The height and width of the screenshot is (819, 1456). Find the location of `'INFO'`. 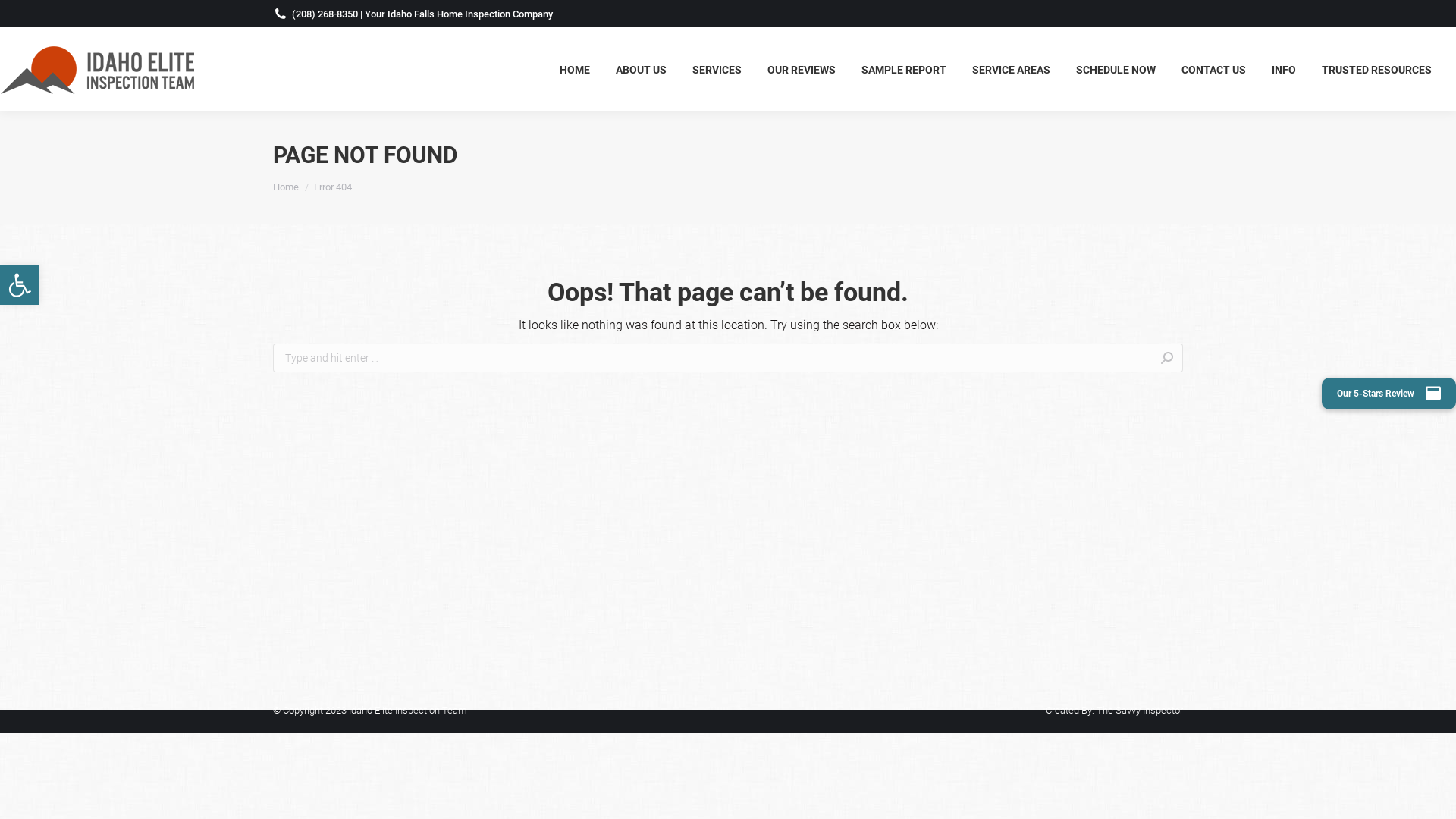

'INFO' is located at coordinates (1283, 69).